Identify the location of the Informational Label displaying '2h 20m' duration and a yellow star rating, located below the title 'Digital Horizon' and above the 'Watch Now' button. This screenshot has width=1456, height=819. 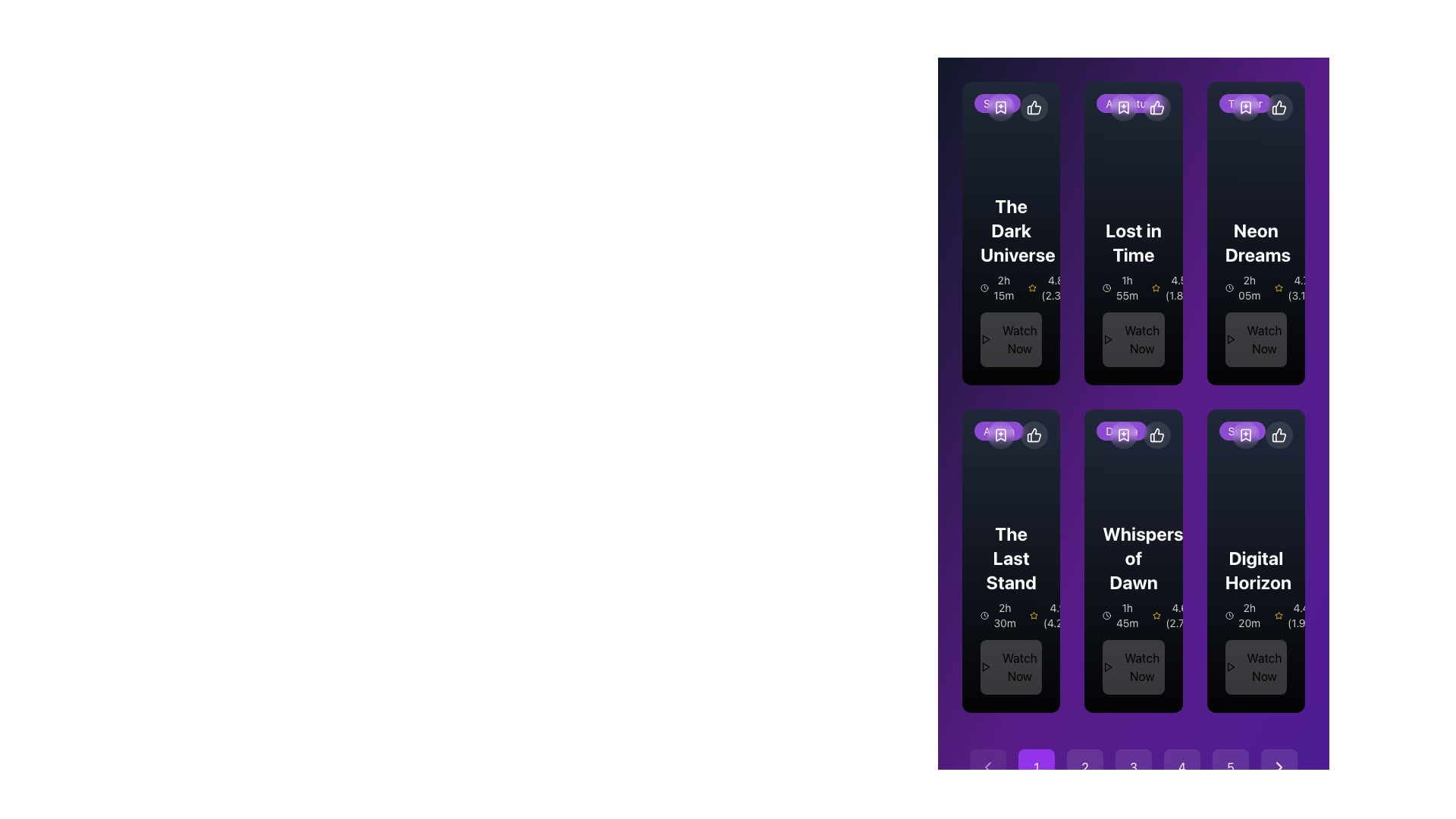
(1256, 616).